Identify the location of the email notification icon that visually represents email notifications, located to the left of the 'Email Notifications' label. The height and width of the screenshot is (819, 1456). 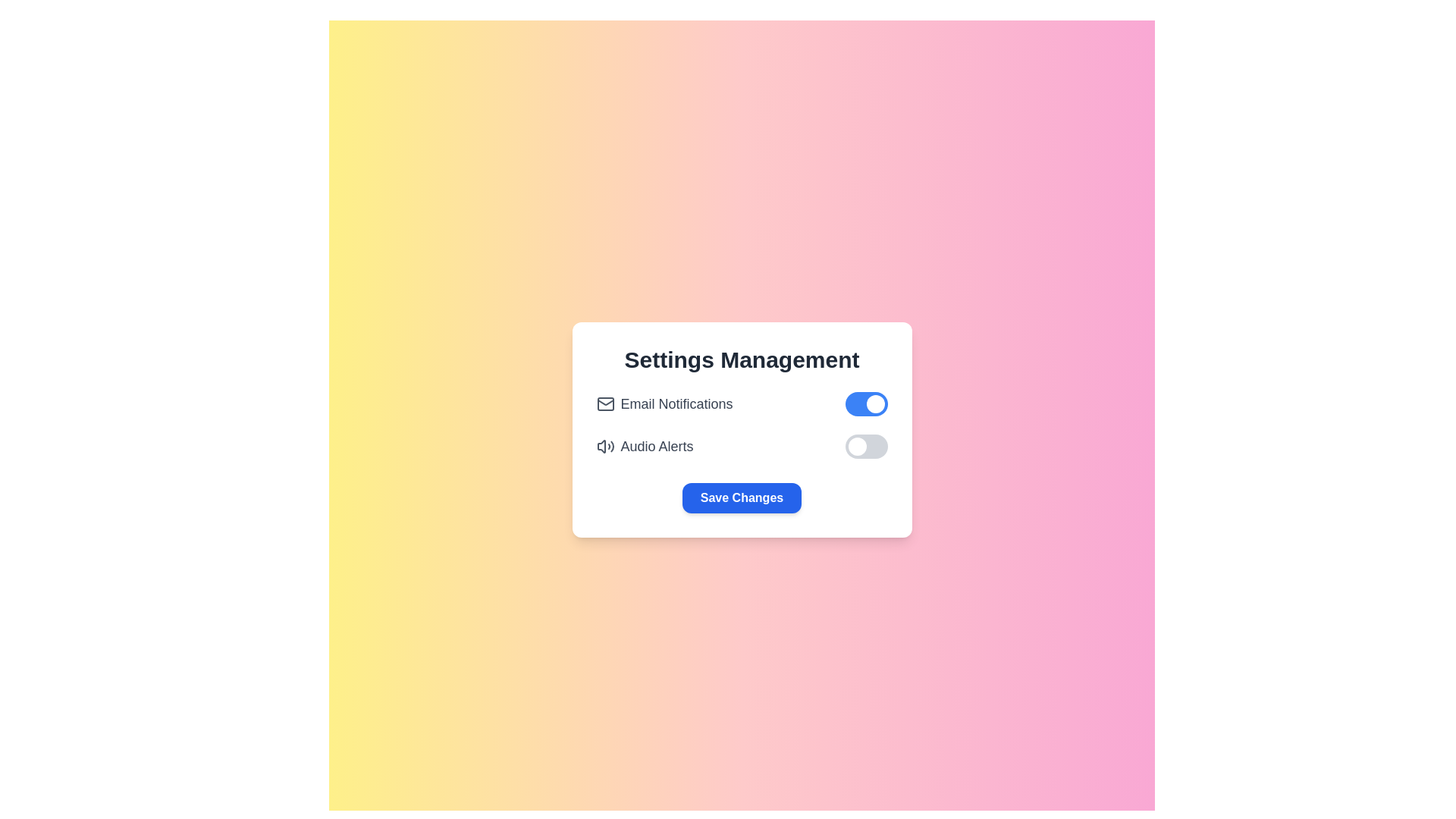
(604, 403).